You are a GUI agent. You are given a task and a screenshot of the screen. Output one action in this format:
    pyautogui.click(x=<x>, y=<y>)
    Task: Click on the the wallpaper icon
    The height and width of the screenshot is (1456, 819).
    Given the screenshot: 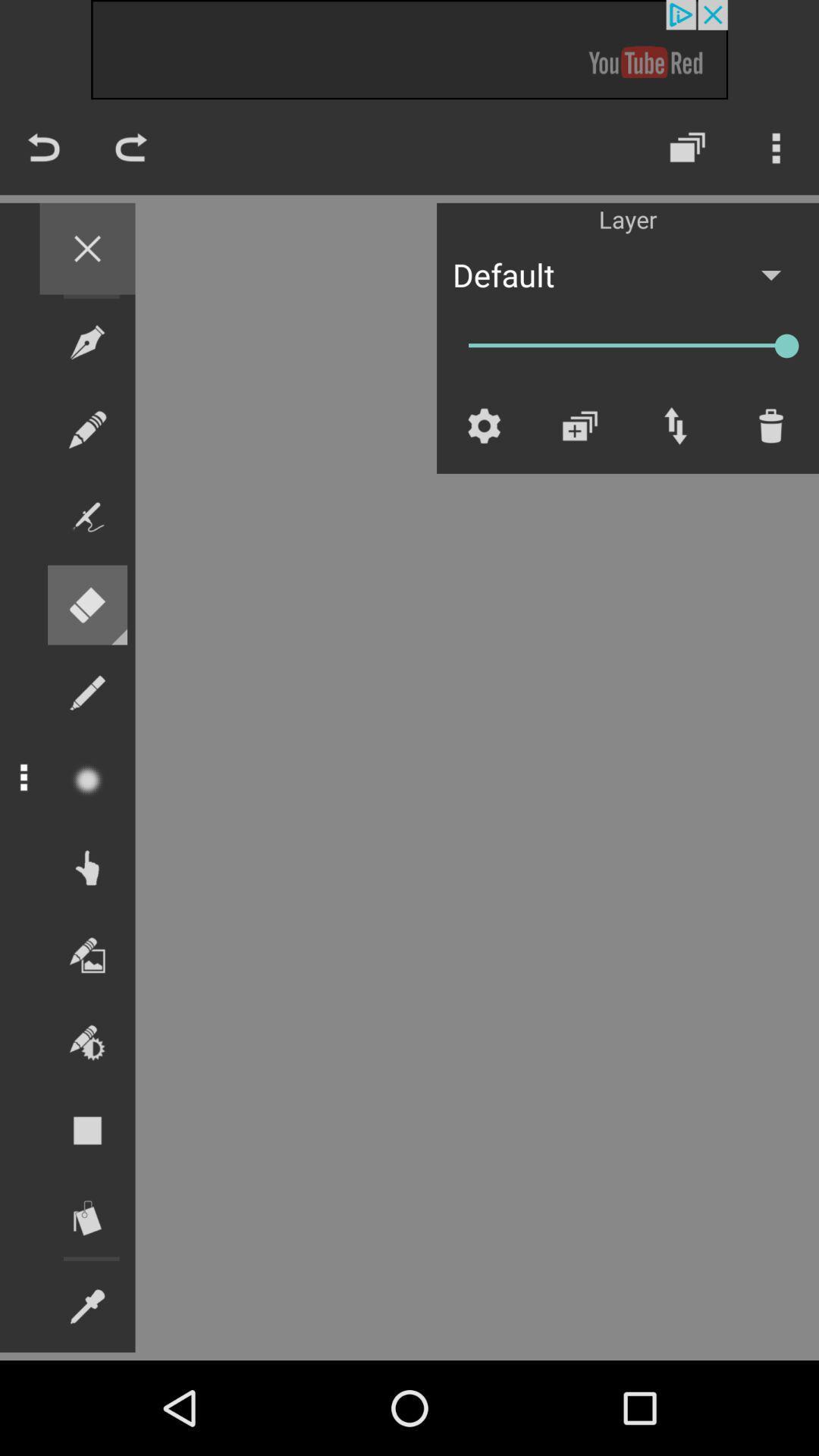 What is the action you would take?
    pyautogui.click(x=87, y=954)
    